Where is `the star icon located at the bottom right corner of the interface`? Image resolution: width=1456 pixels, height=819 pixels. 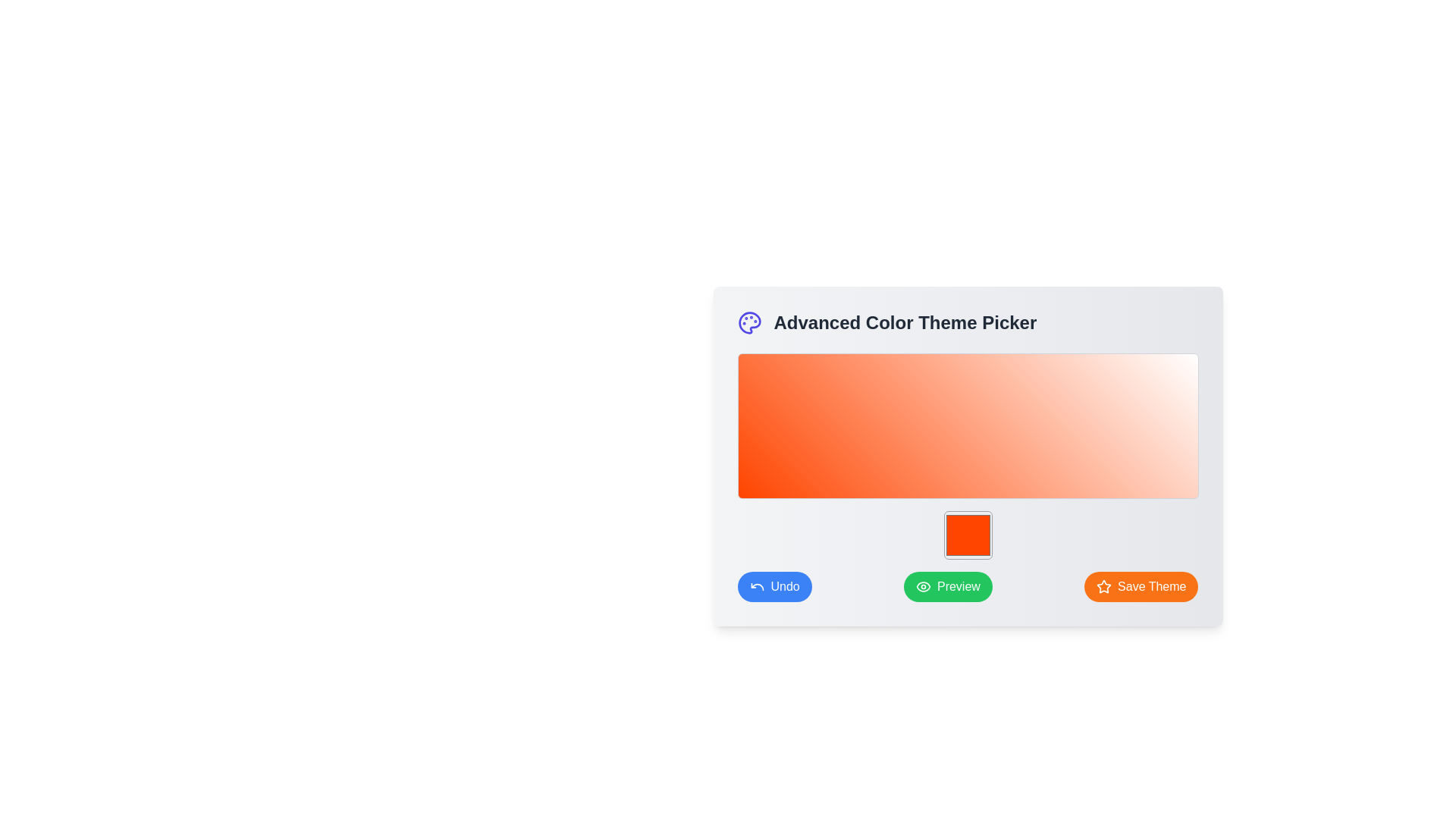 the star icon located at the bottom right corner of the interface is located at coordinates (1104, 585).